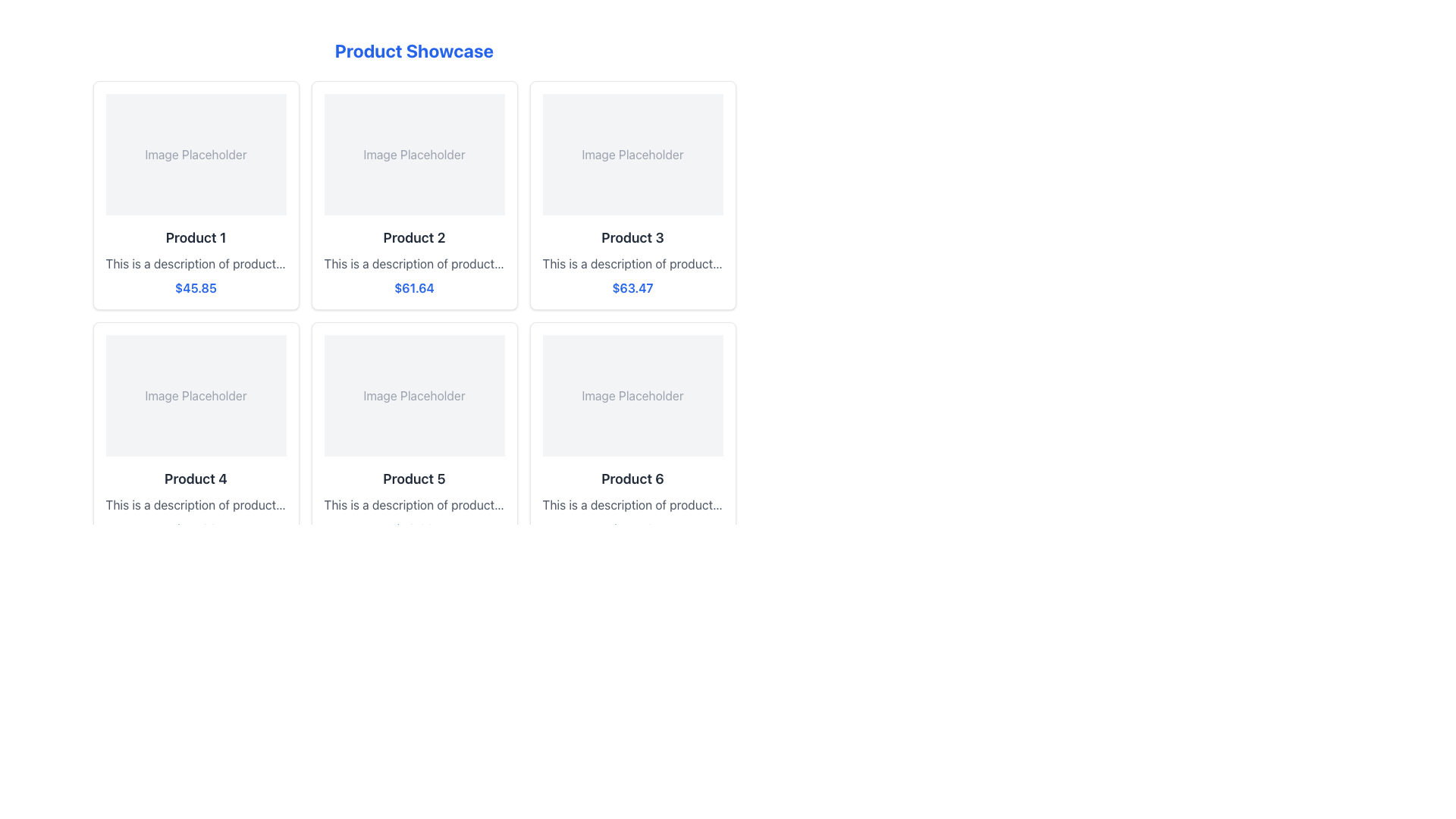 The height and width of the screenshot is (819, 1456). Describe the element at coordinates (414, 262) in the screenshot. I see `the static text element displaying 'This is a description of product 2.' which is located beneath the product title 'Product 2' and above the price '$61.64' in the second card of the grid layout` at that location.